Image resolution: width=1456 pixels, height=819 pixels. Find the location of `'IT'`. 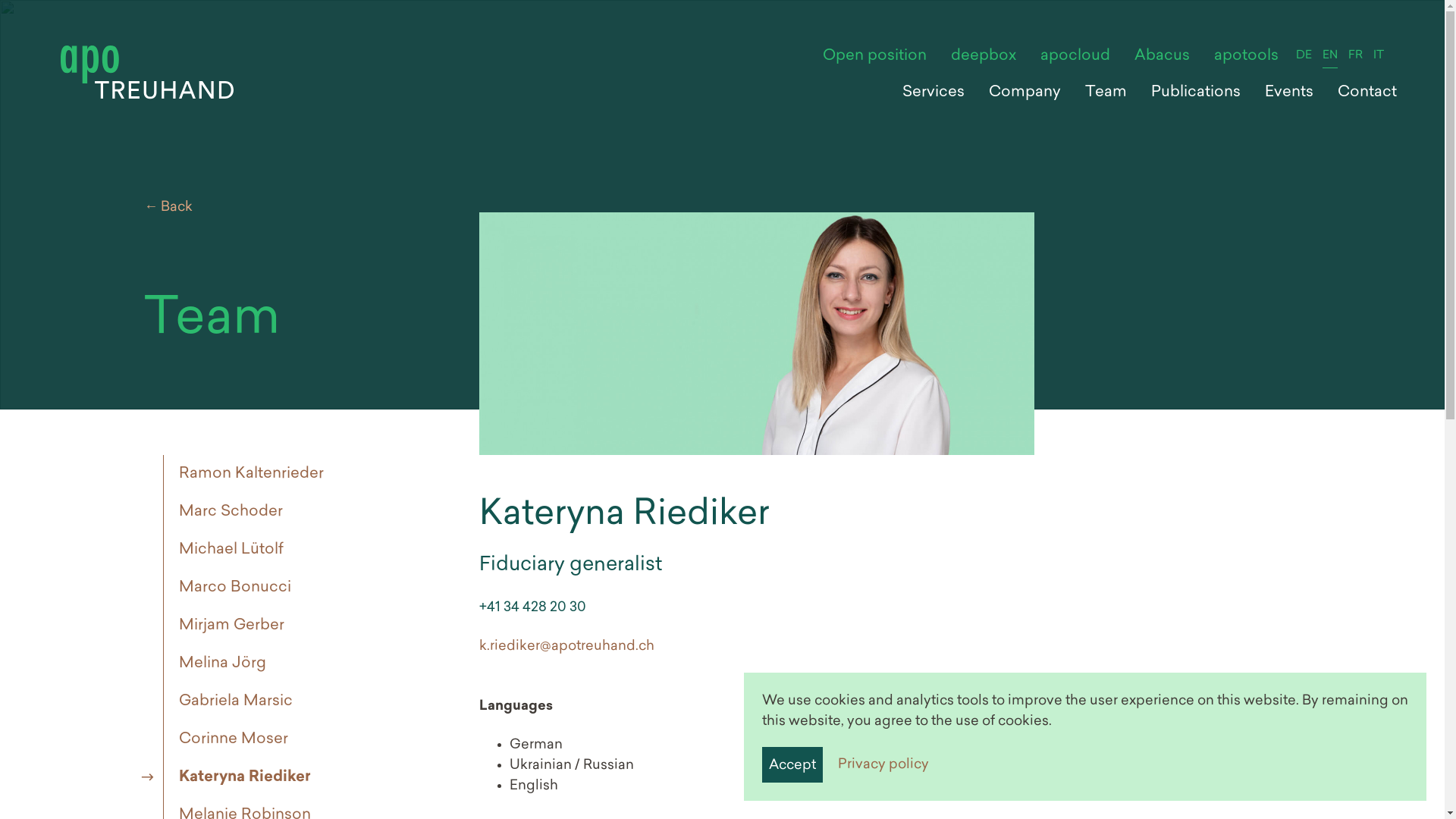

'IT' is located at coordinates (1379, 55).